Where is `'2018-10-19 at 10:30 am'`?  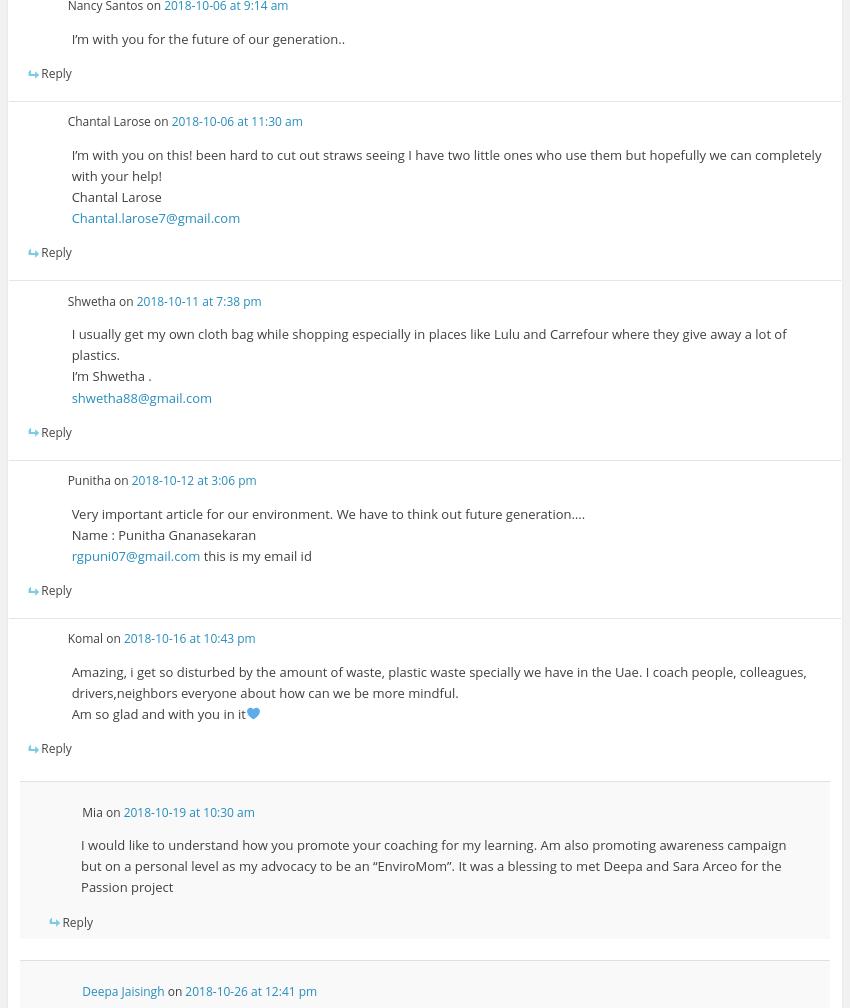 '2018-10-19 at 10:30 am' is located at coordinates (187, 811).